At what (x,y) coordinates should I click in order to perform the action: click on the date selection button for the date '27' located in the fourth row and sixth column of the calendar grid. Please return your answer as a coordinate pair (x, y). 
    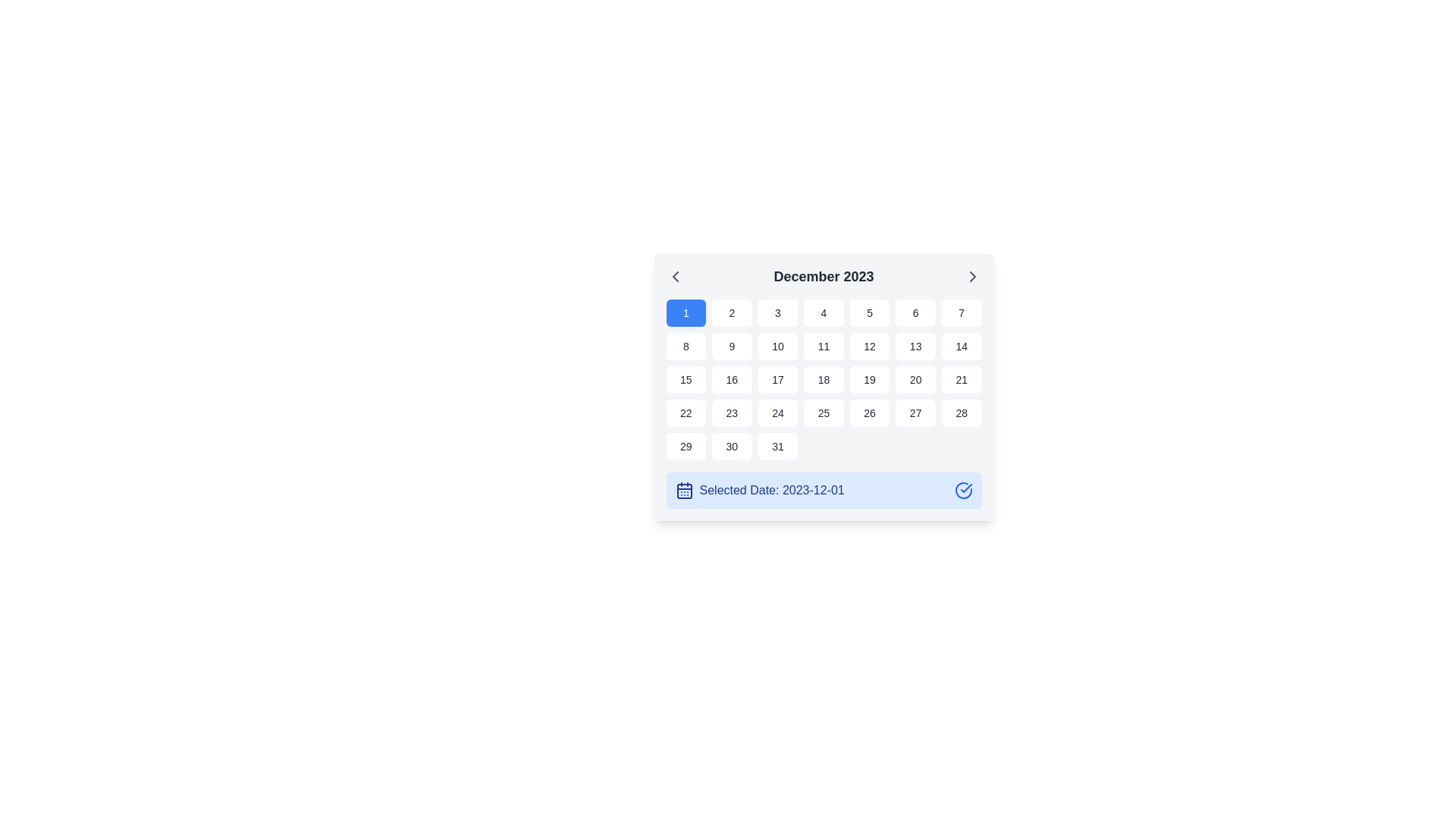
    Looking at the image, I should click on (915, 413).